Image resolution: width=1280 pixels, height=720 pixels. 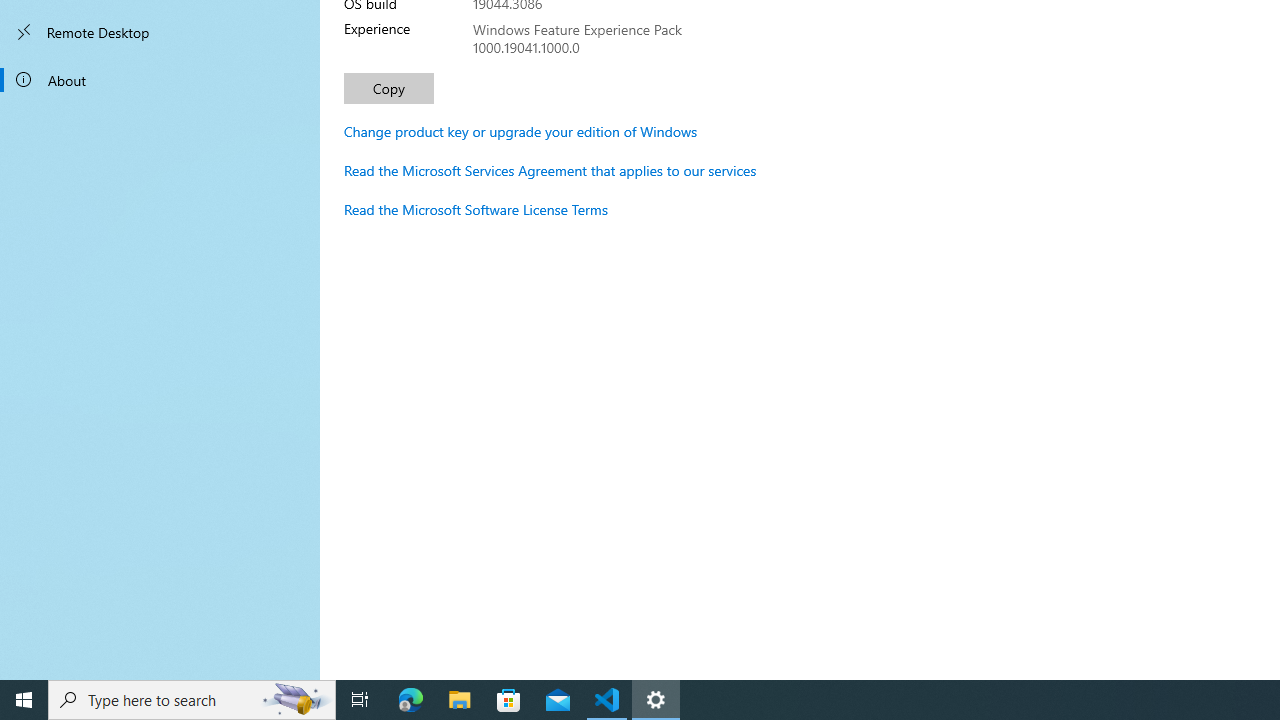 I want to click on 'Copy', so click(x=389, y=87).